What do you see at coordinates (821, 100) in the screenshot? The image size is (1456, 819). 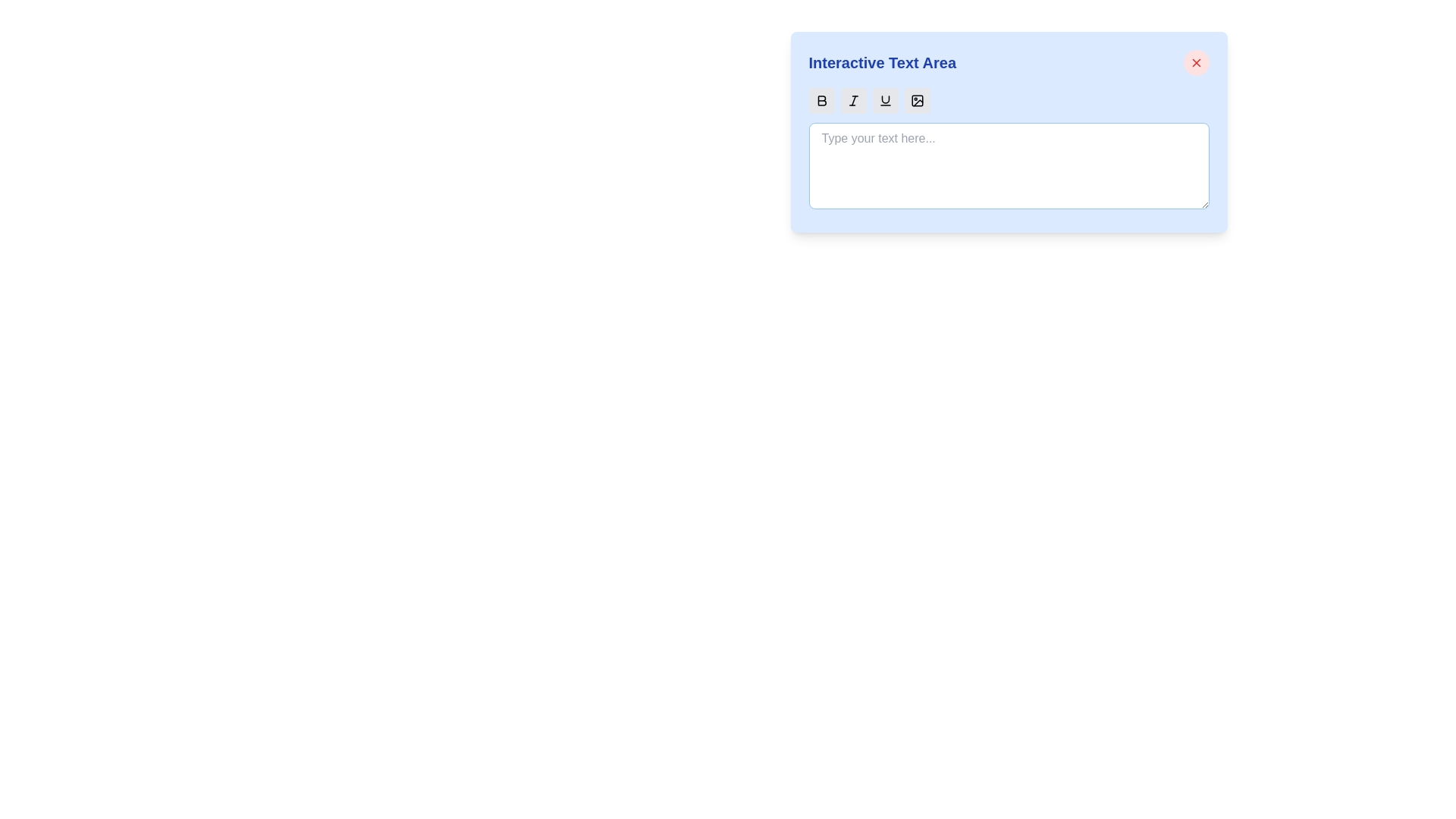 I see `the bold formatting button, which is the first button in the row of formatting options above the text input area` at bounding box center [821, 100].